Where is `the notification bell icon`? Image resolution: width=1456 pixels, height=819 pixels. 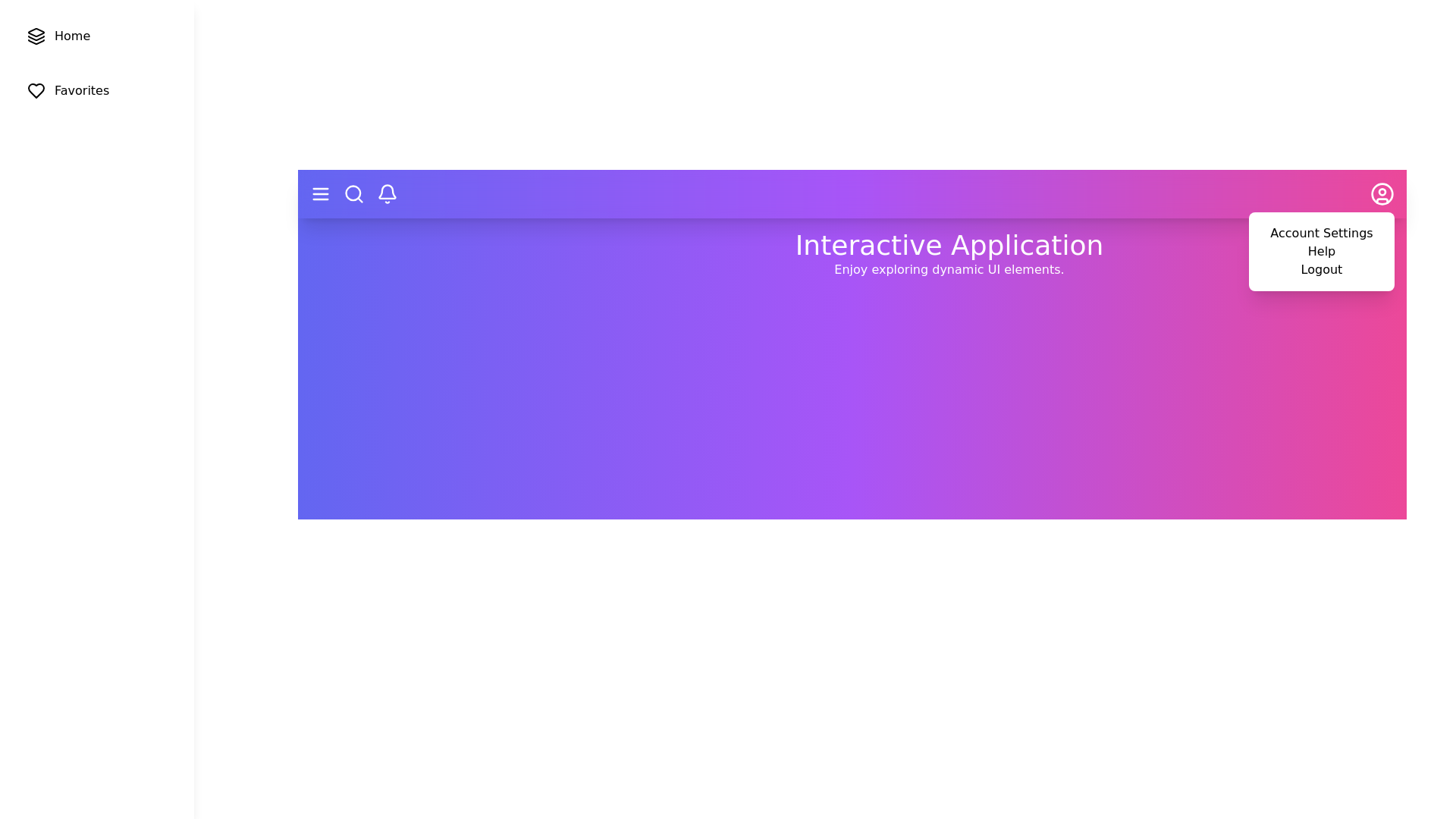 the notification bell icon is located at coordinates (387, 193).